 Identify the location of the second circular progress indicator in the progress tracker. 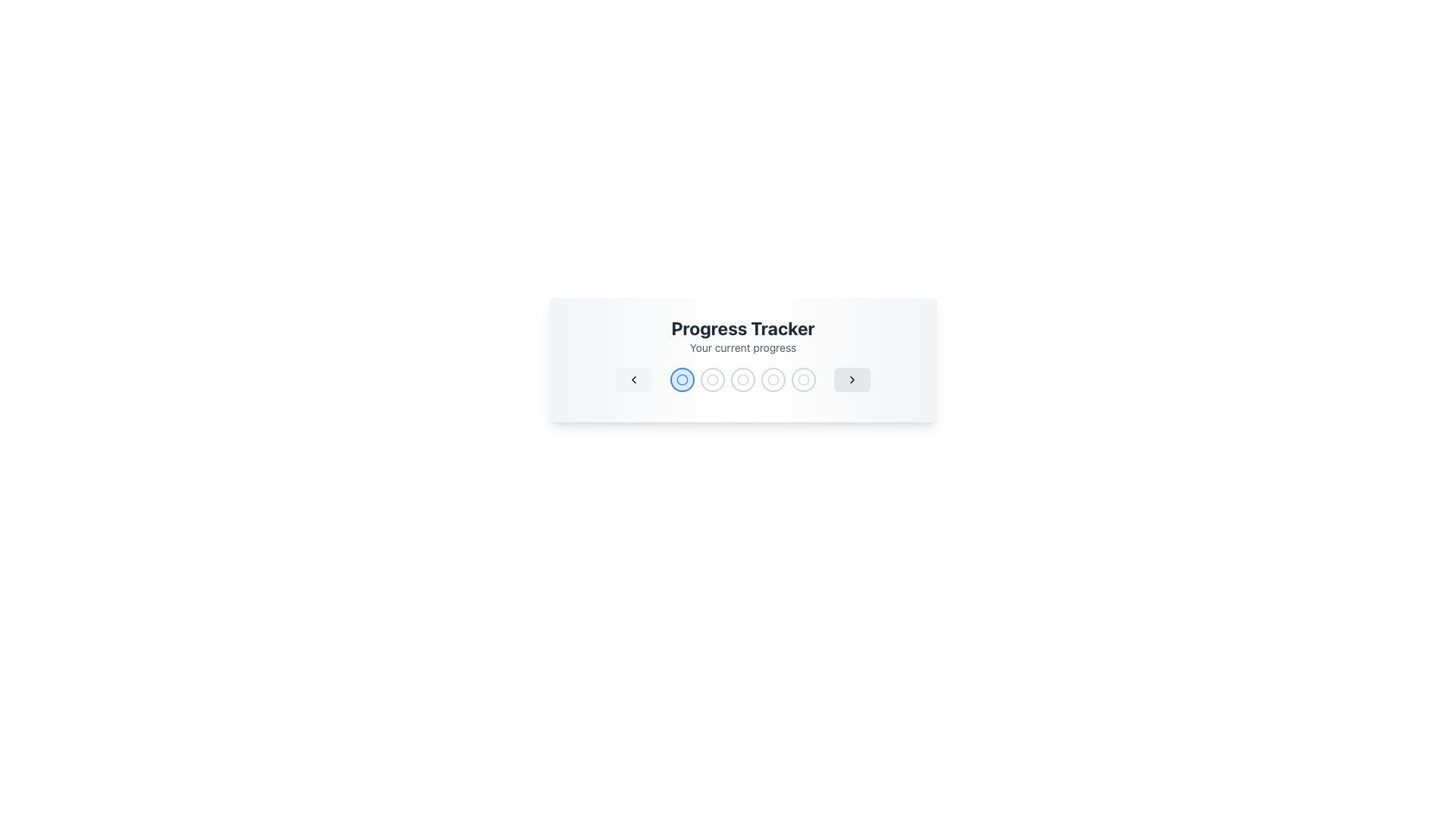
(682, 379).